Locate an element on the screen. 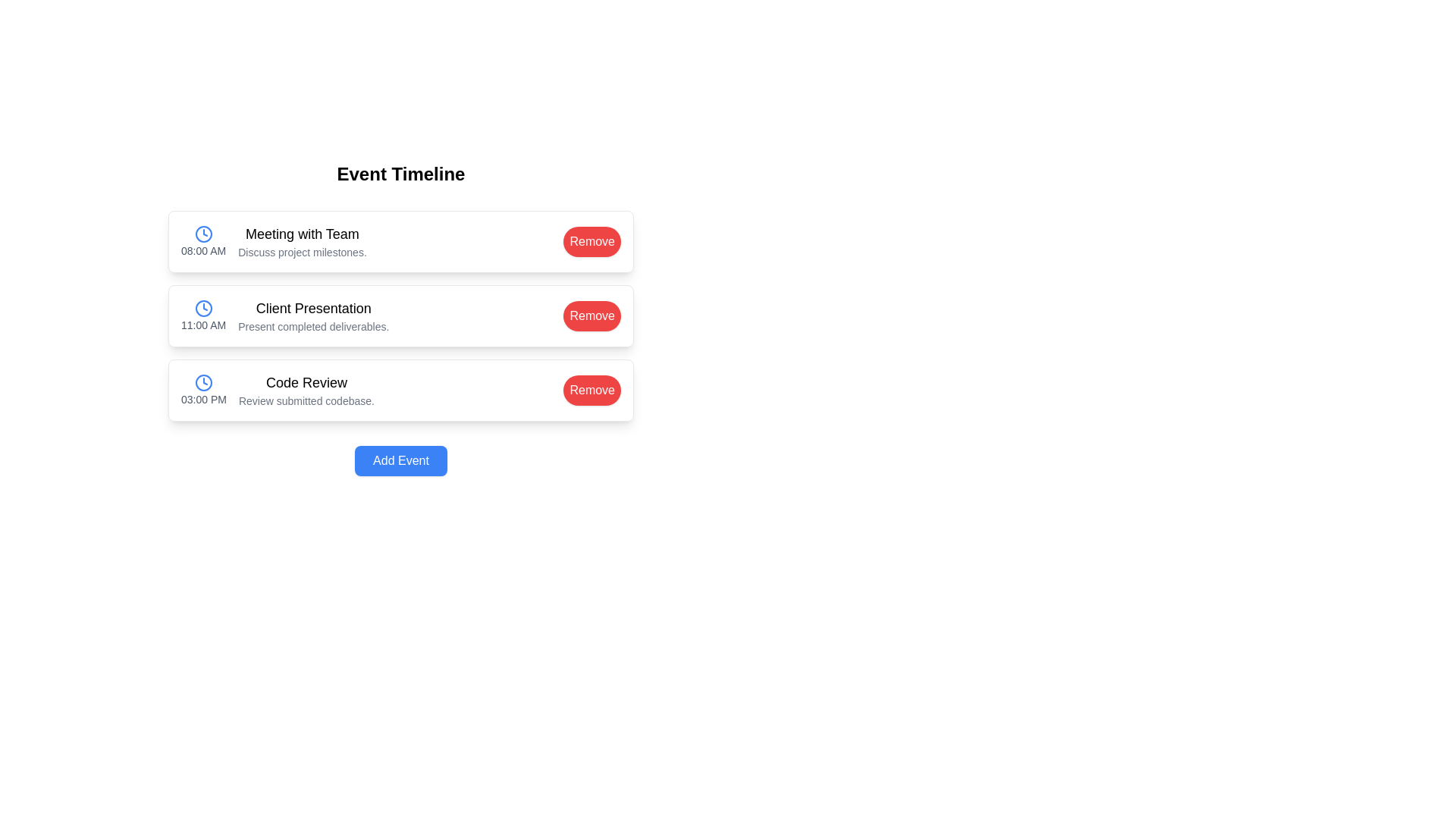 Image resolution: width=1456 pixels, height=819 pixels. the red 'Remove' button located at the bottom right of the 'Code Review' event card is located at coordinates (591, 390).